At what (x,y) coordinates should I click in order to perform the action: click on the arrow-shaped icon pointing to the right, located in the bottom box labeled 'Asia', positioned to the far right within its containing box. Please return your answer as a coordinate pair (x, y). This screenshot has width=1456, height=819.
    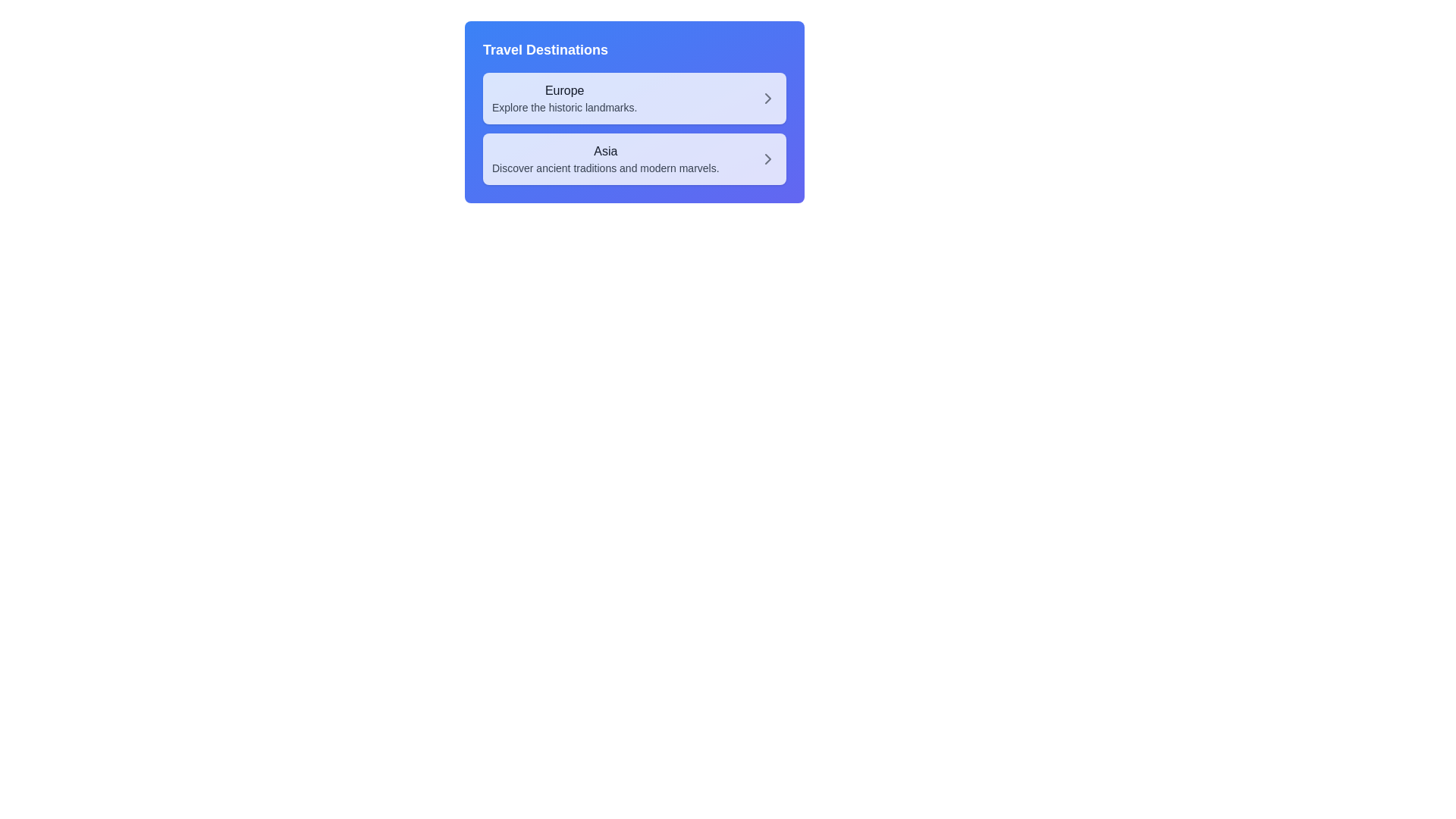
    Looking at the image, I should click on (767, 158).